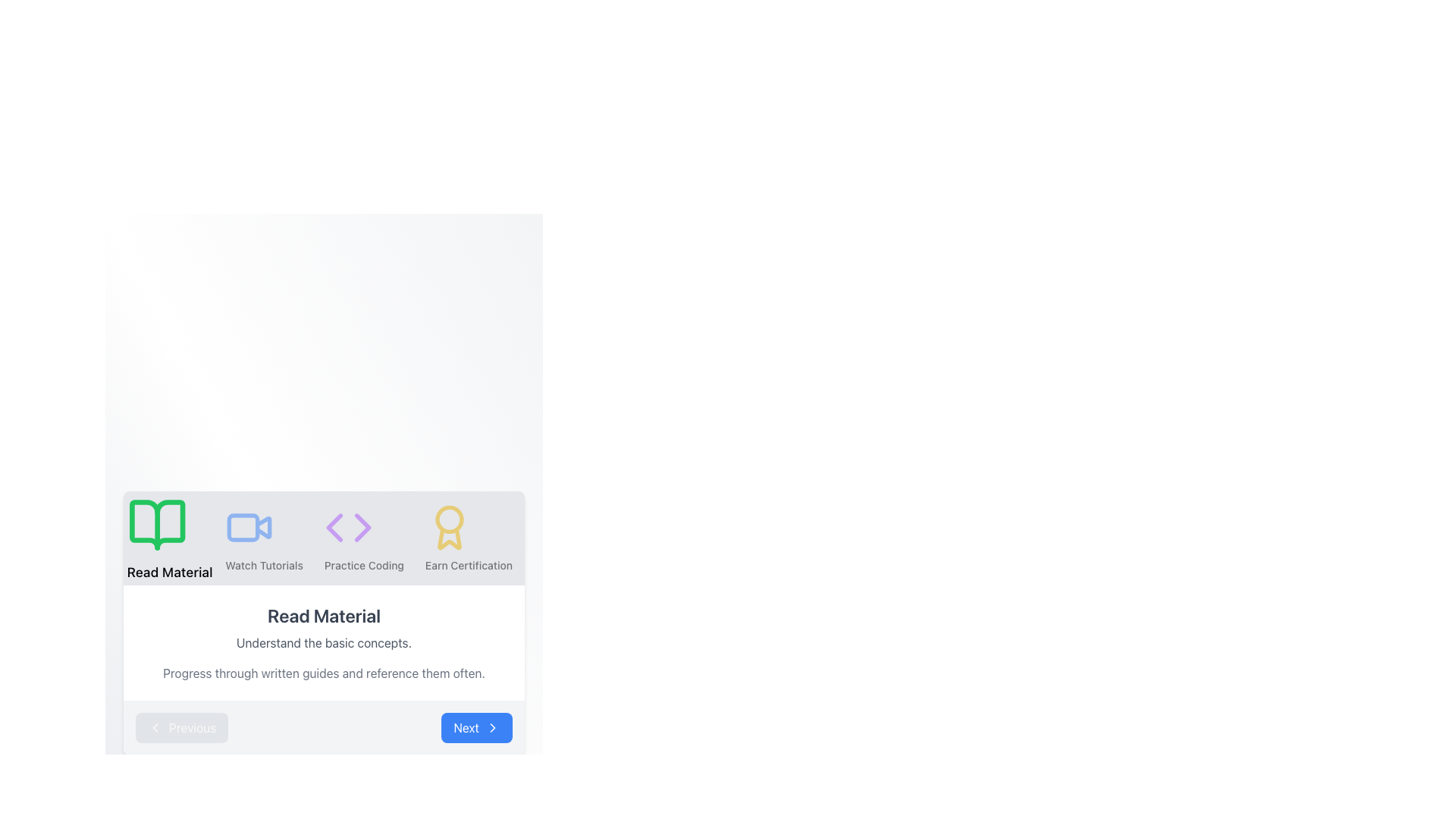  Describe the element at coordinates (448, 526) in the screenshot. I see `the 'Earn Certification' icon, which is the fourth item in a horizontal sequence of icons located in the top-right section of the grid` at that location.